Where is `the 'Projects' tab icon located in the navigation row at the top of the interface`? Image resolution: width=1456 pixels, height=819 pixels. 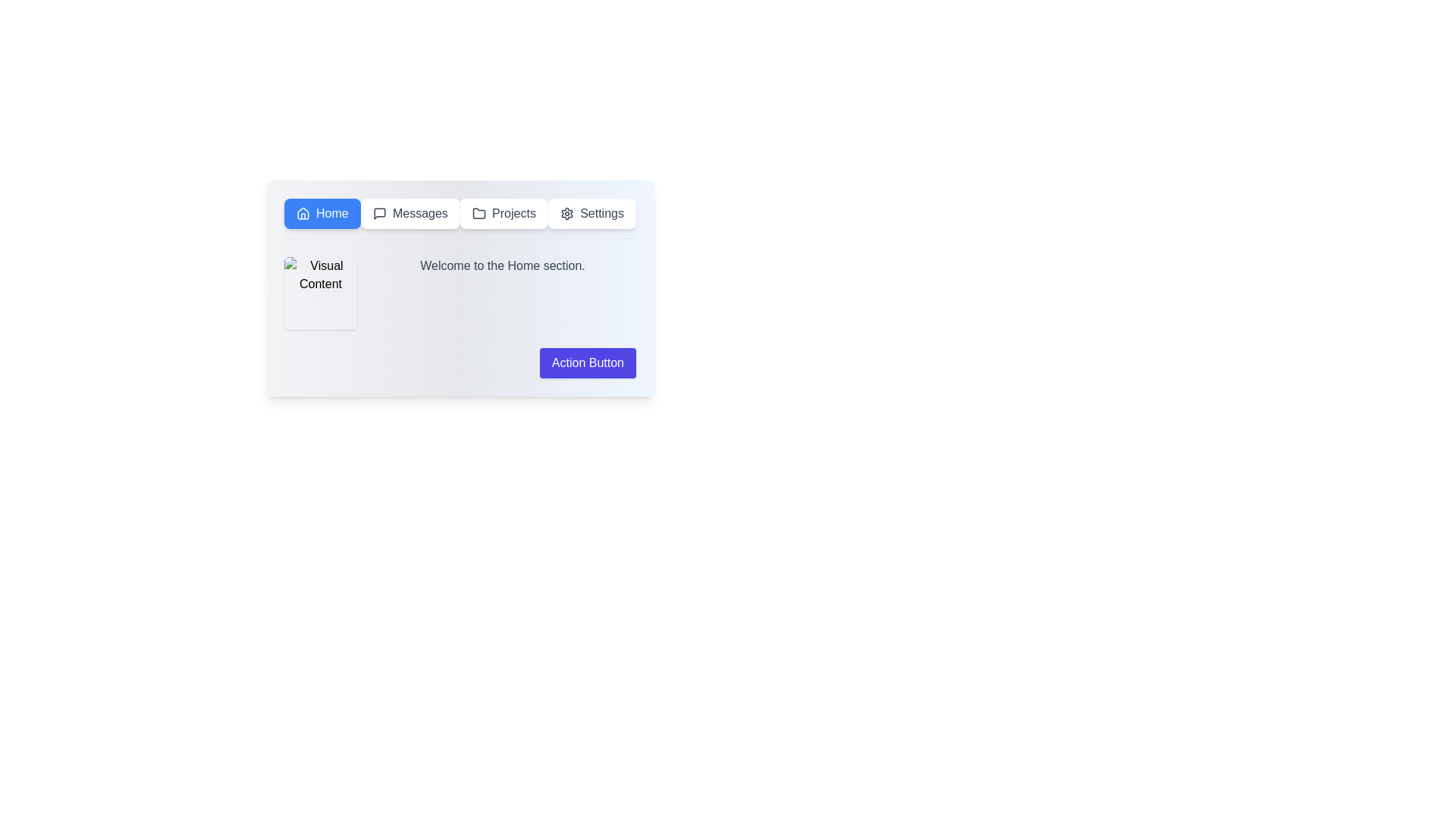
the 'Projects' tab icon located in the navigation row at the top of the interface is located at coordinates (479, 213).